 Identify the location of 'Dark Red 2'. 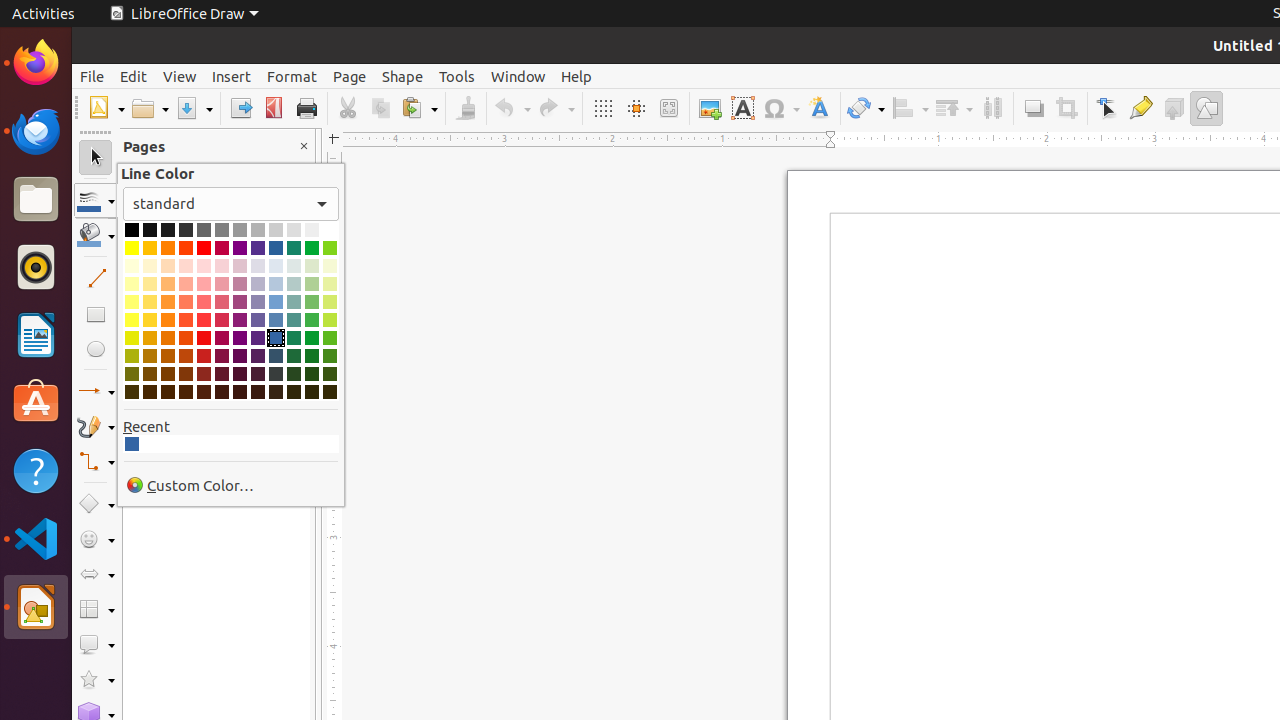
(204, 354).